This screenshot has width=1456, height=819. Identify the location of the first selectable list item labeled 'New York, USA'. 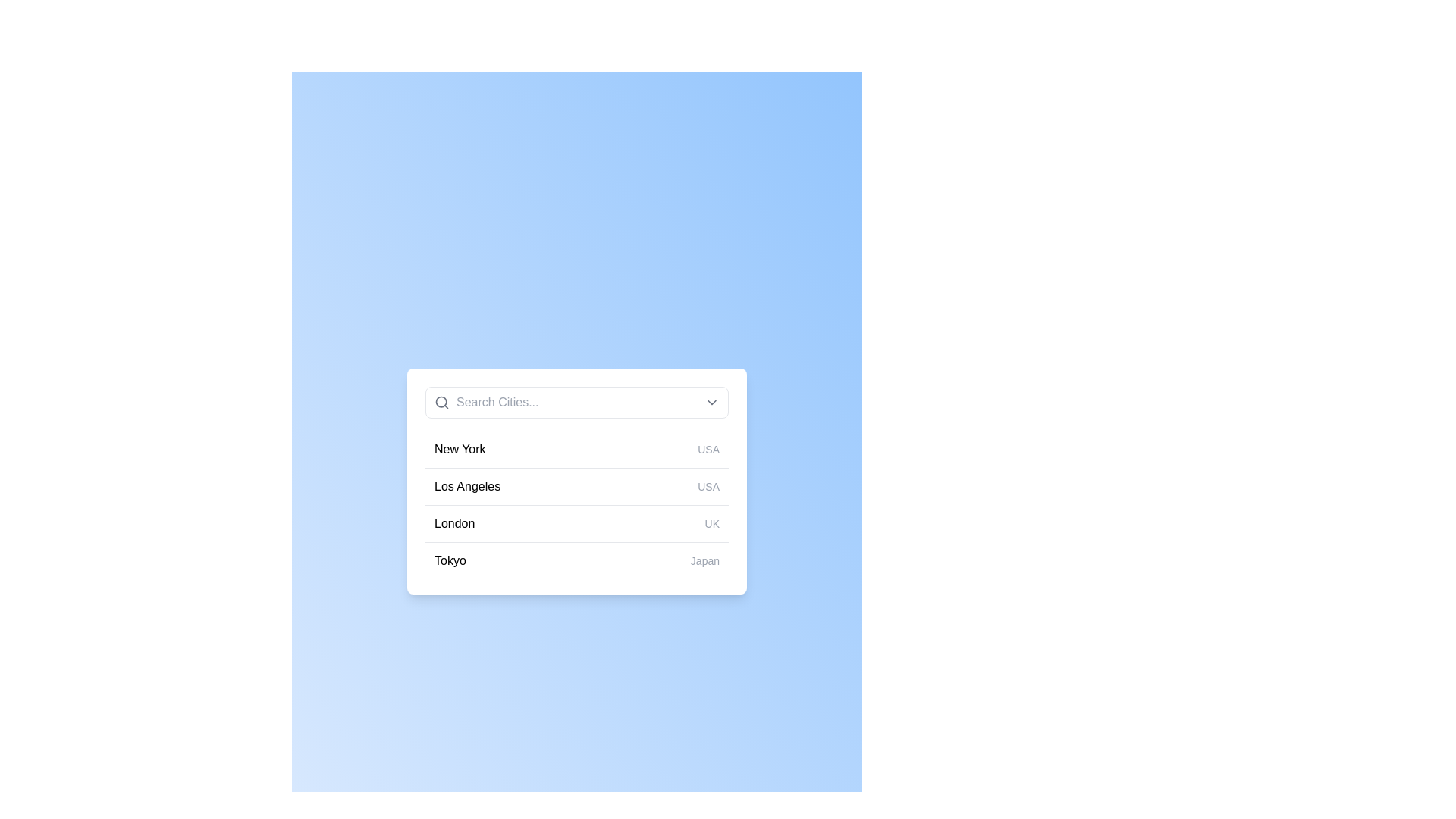
(576, 449).